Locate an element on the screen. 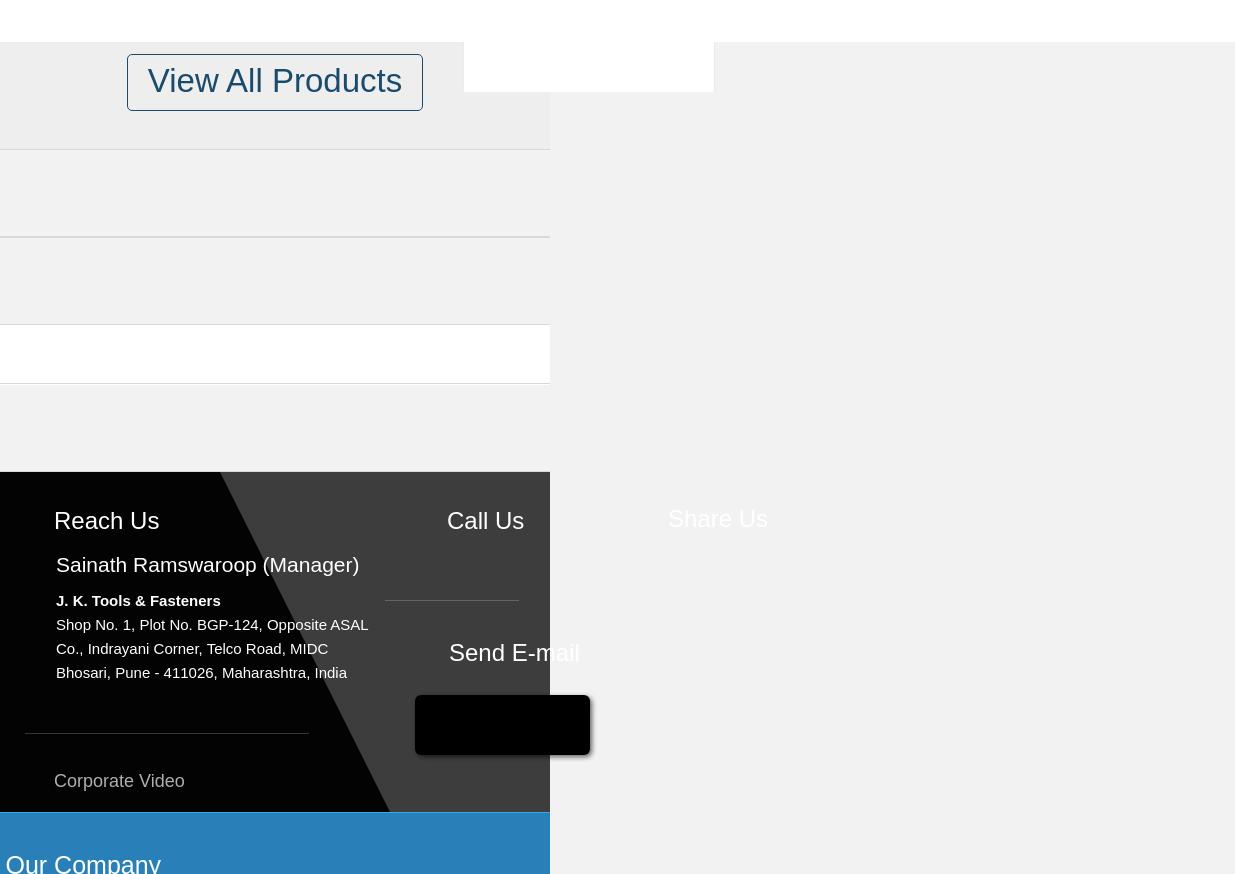 The width and height of the screenshot is (1235, 874). 'Shop No. 1, Plot No. BGP-124, Opposite ASAL Co., Indrayani Corner, Telco Road, MIDC' is located at coordinates (212, 635).